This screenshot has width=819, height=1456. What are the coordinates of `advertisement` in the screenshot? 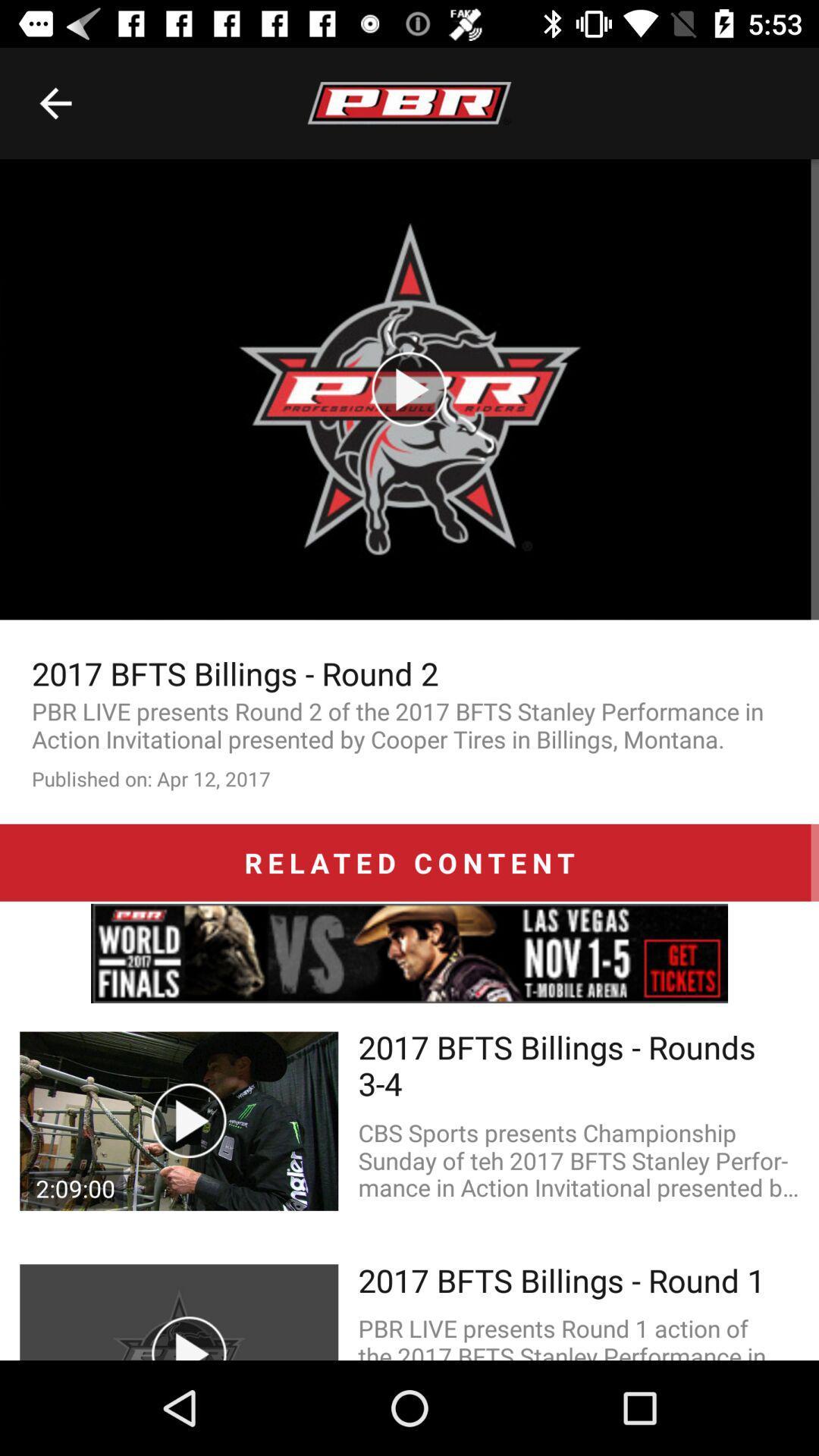 It's located at (409, 952).